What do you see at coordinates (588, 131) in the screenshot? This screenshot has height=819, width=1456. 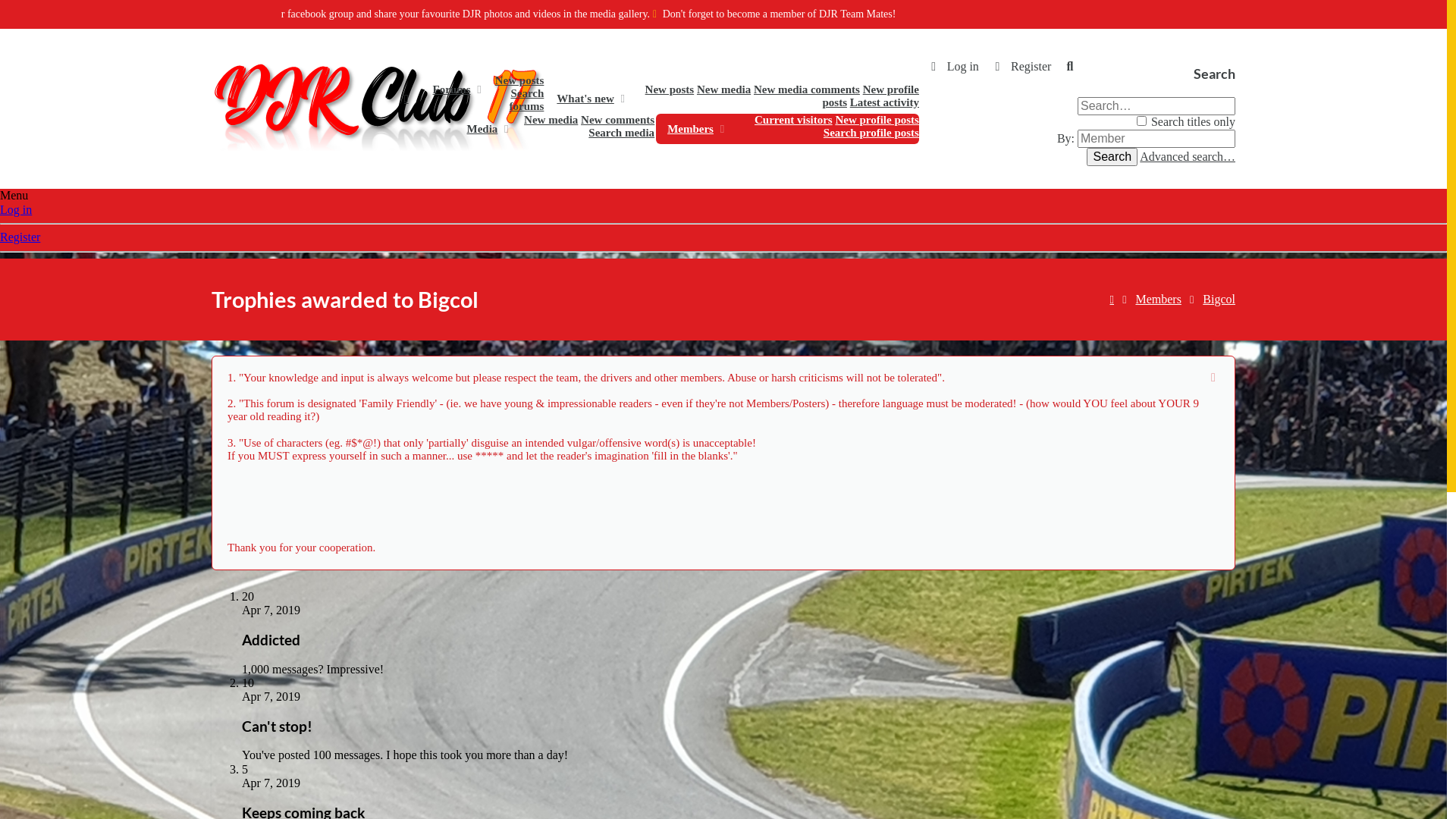 I see `'Search media'` at bounding box center [588, 131].